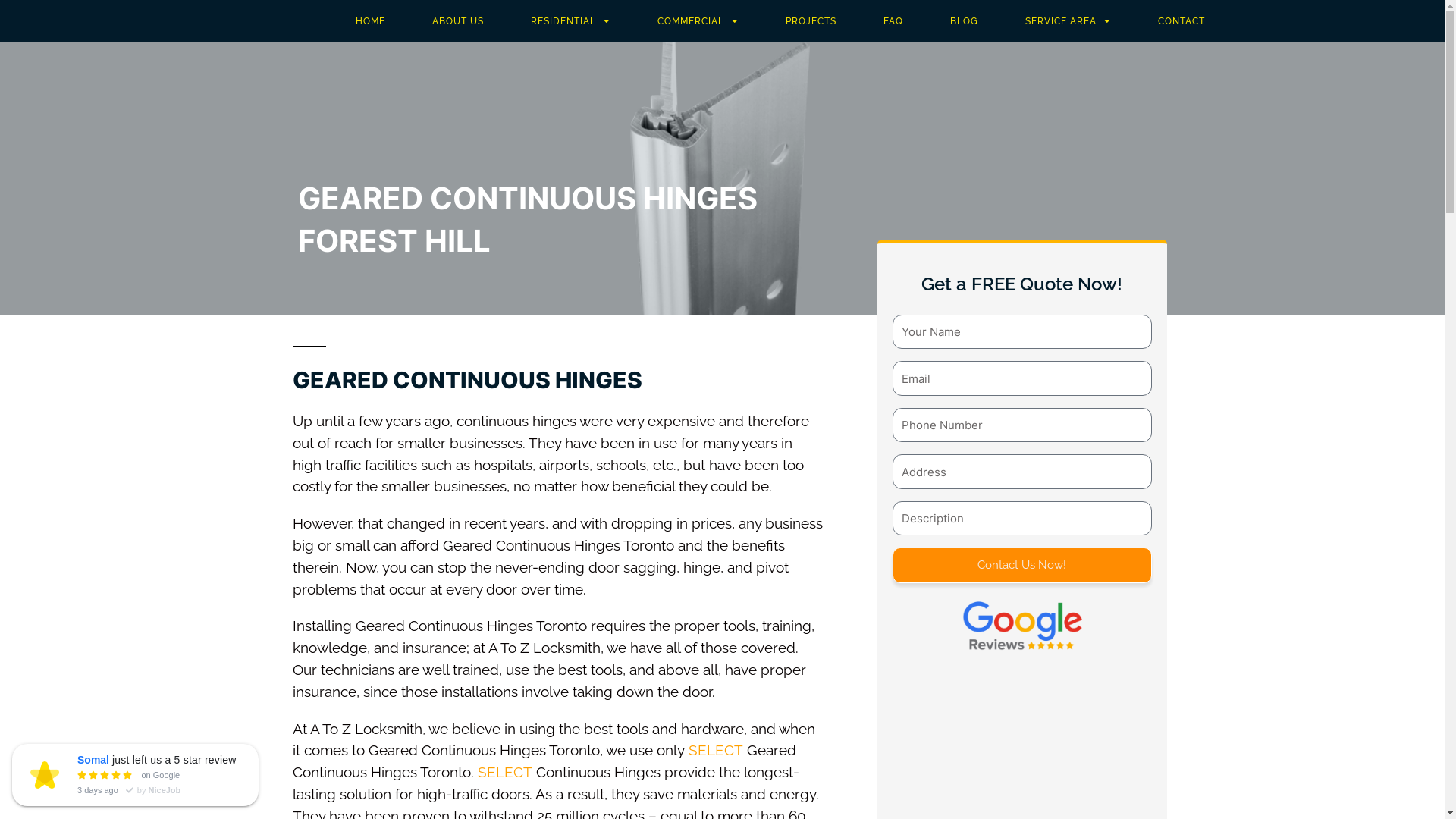 This screenshot has width=1456, height=819. What do you see at coordinates (1067, 20) in the screenshot?
I see `'SERVICE AREA'` at bounding box center [1067, 20].